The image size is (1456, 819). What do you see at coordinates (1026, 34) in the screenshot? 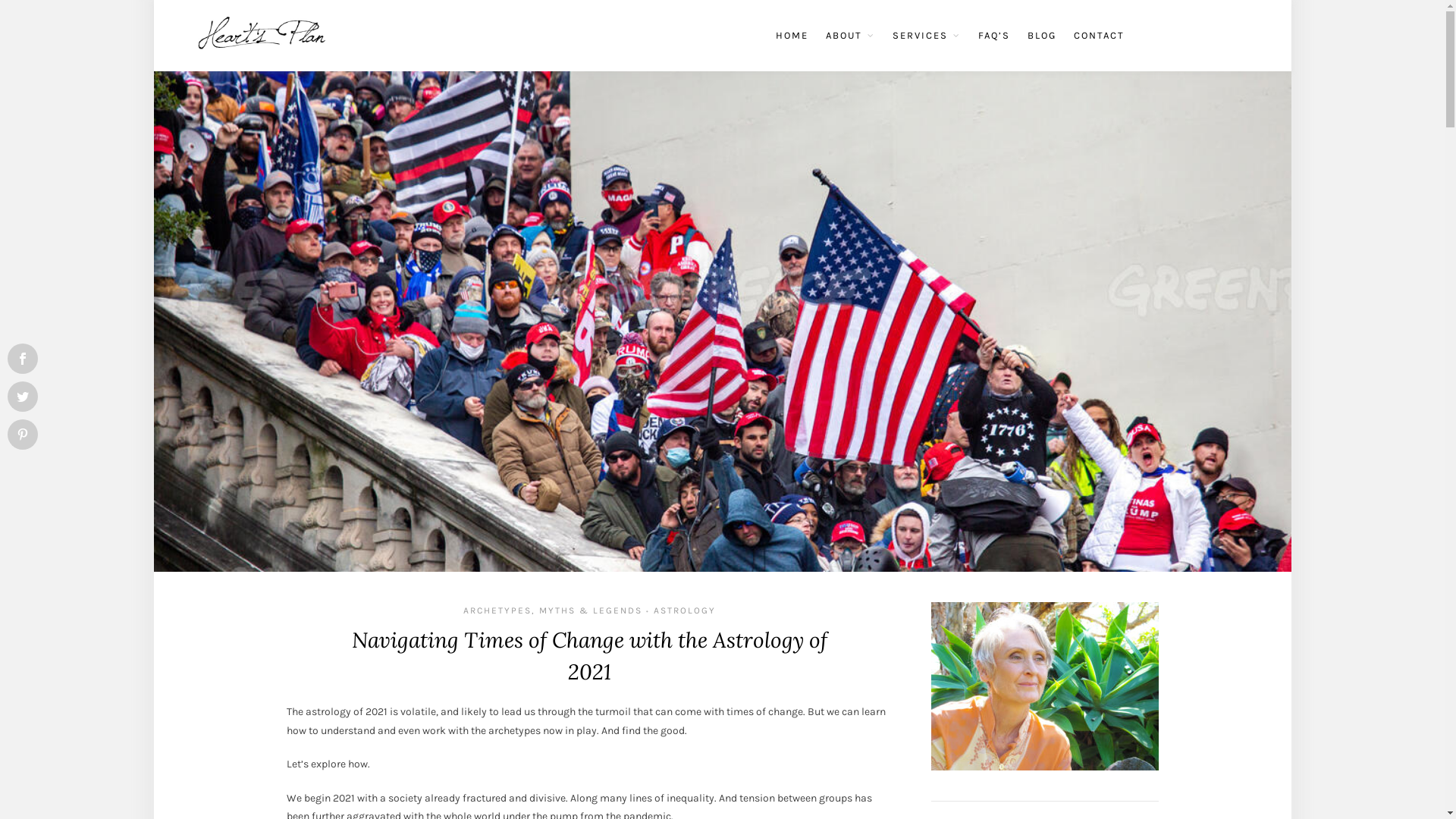
I see `'BLOG'` at bounding box center [1026, 34].